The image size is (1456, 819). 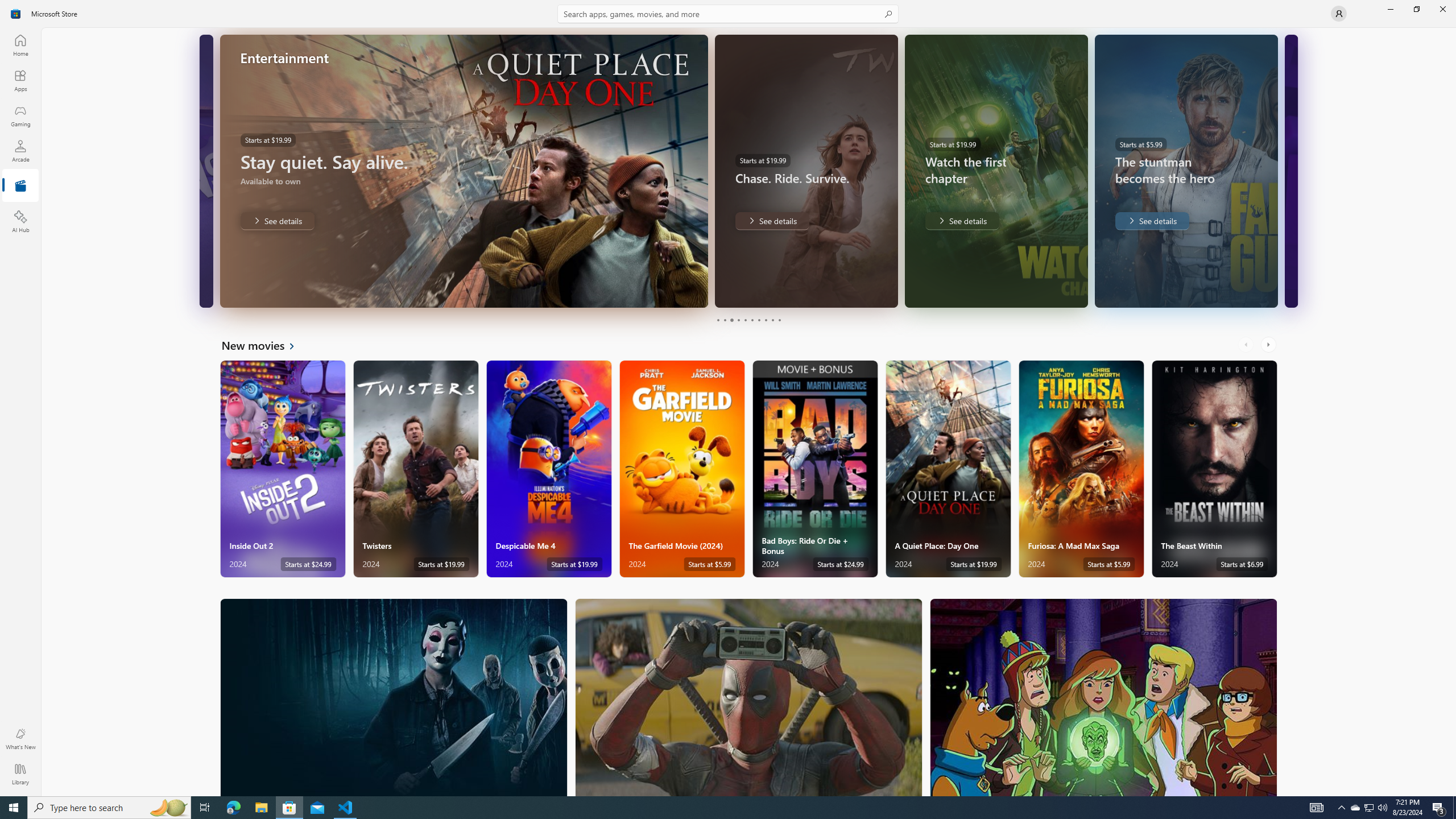 I want to click on 'The Garfield Movie (2024). Starts at $5.99  ', so click(x=681, y=469).